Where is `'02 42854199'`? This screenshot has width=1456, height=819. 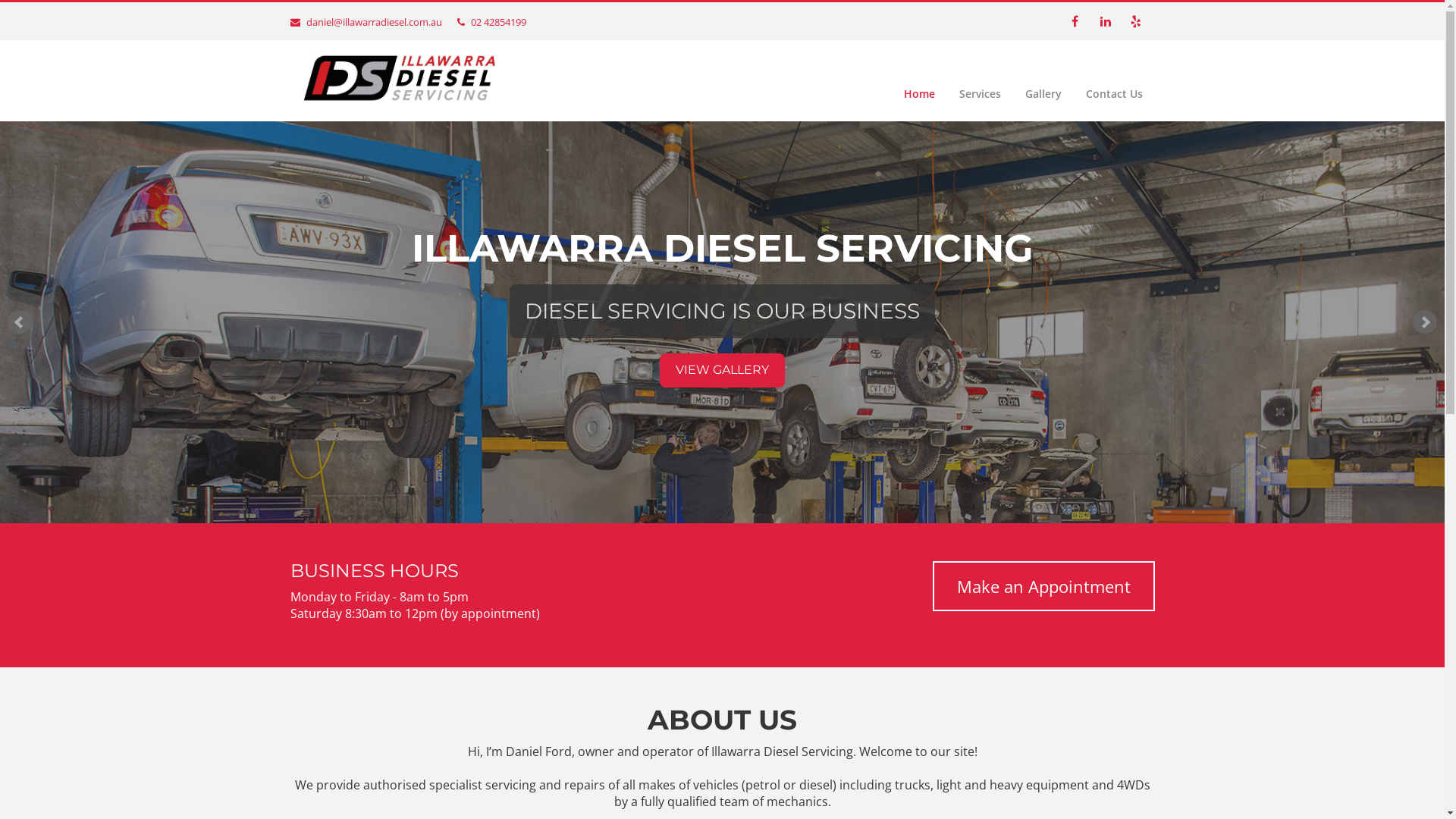 '02 42854199' is located at coordinates (497, 22).